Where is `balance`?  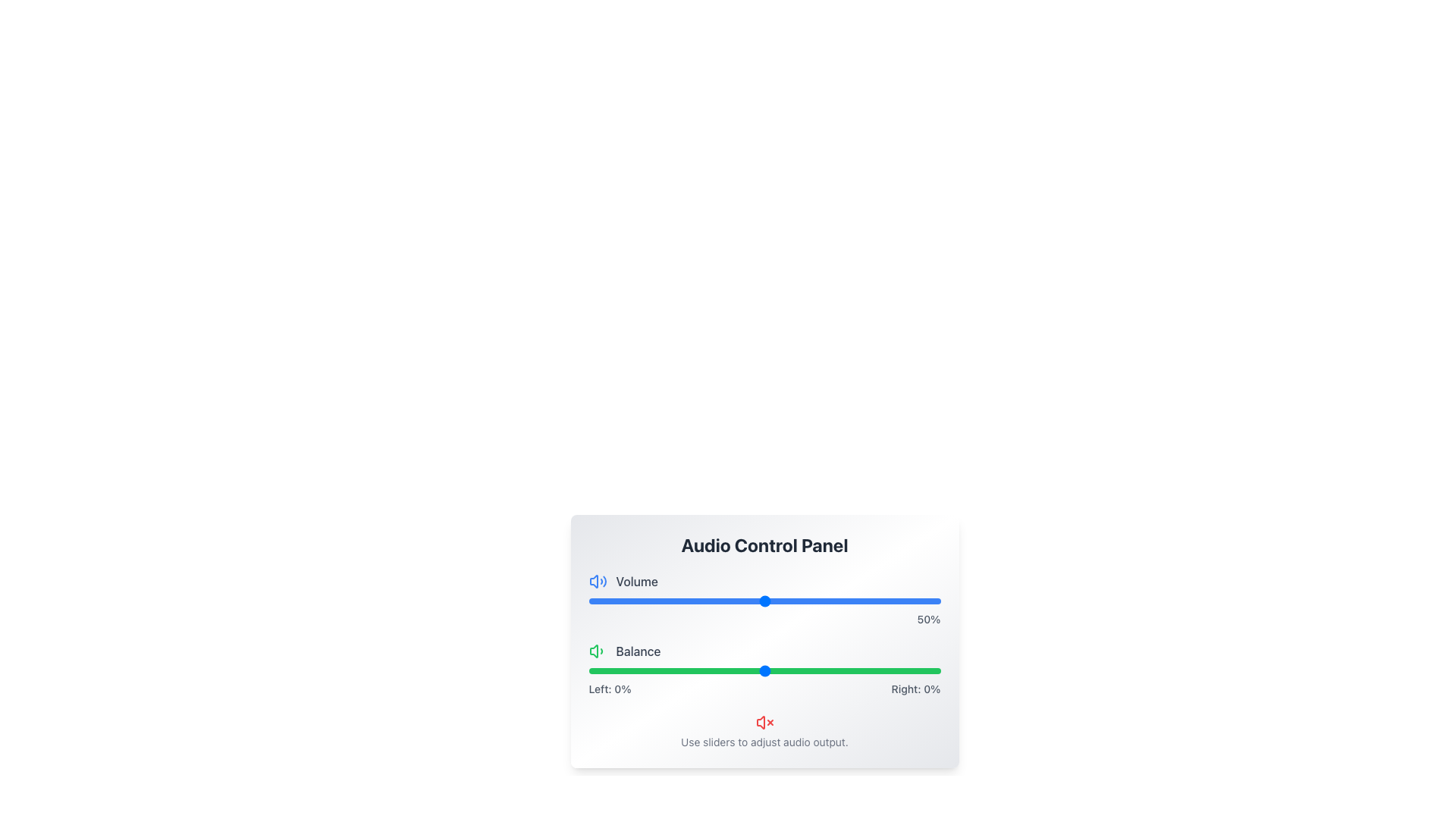
balance is located at coordinates (827, 670).